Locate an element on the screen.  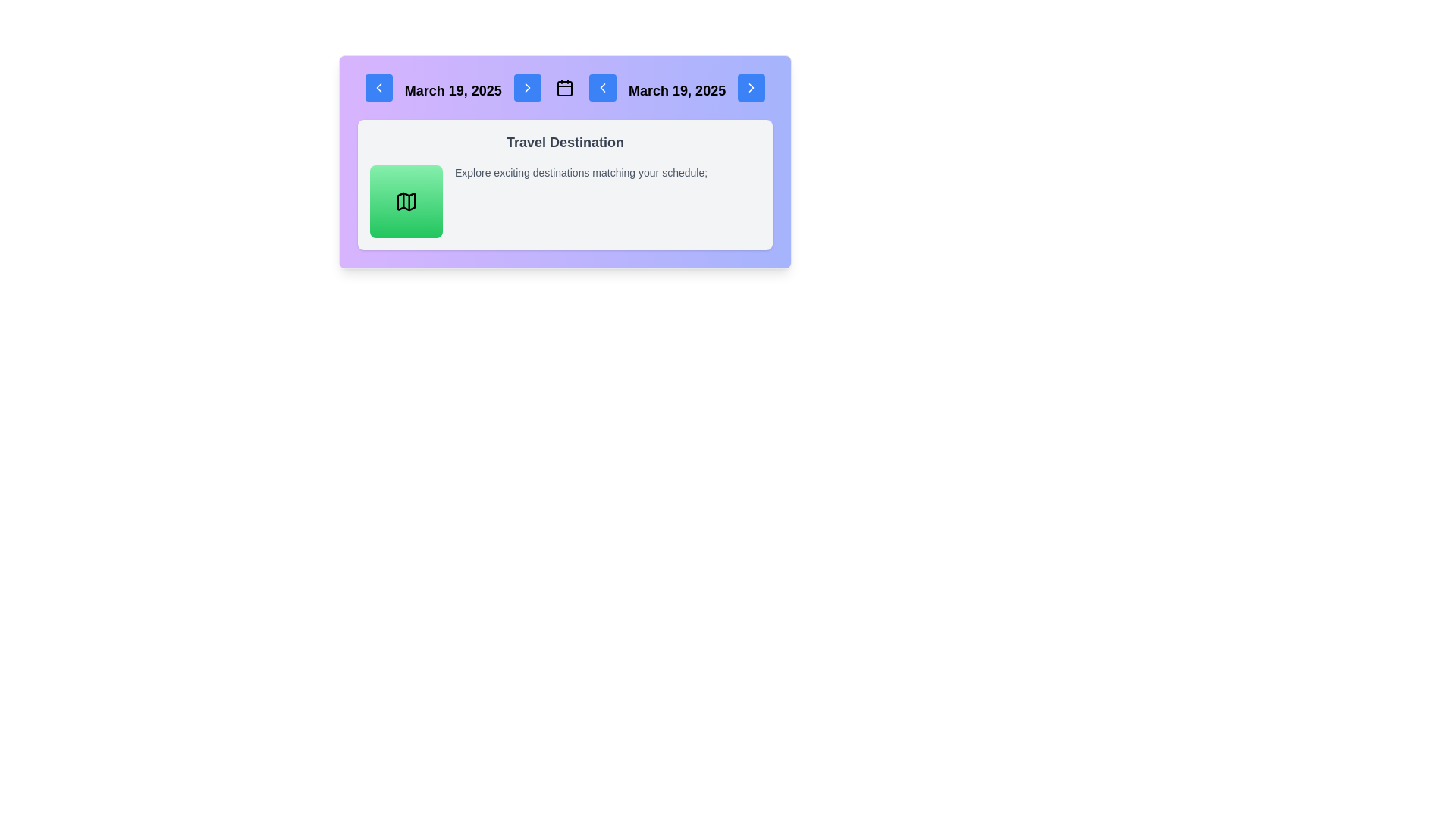
the navigation button located in the top section of the interface, aligned to the right of 'March 19, 2025' is located at coordinates (527, 87).